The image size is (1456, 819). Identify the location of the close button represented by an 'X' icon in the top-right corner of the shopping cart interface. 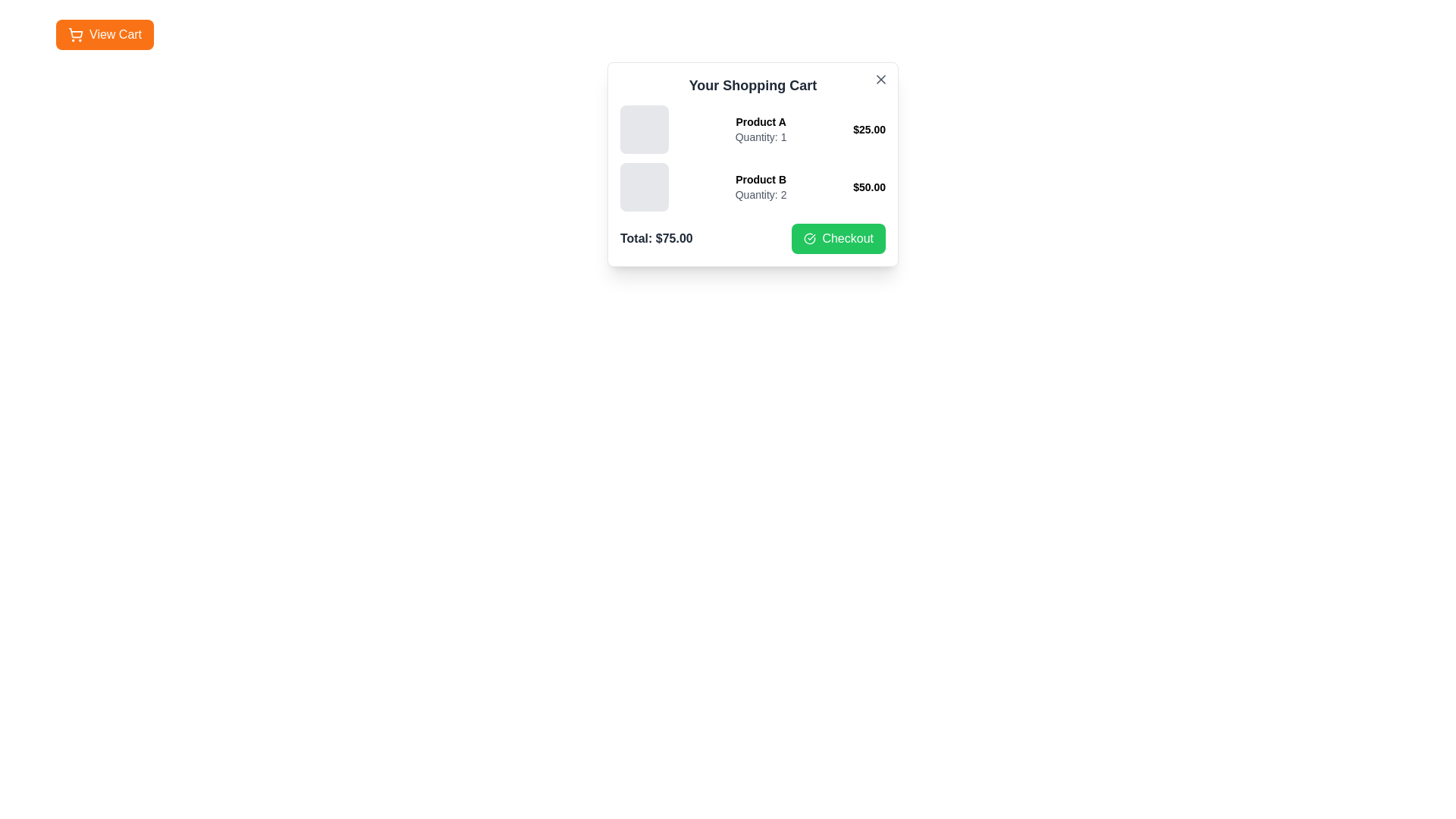
(880, 79).